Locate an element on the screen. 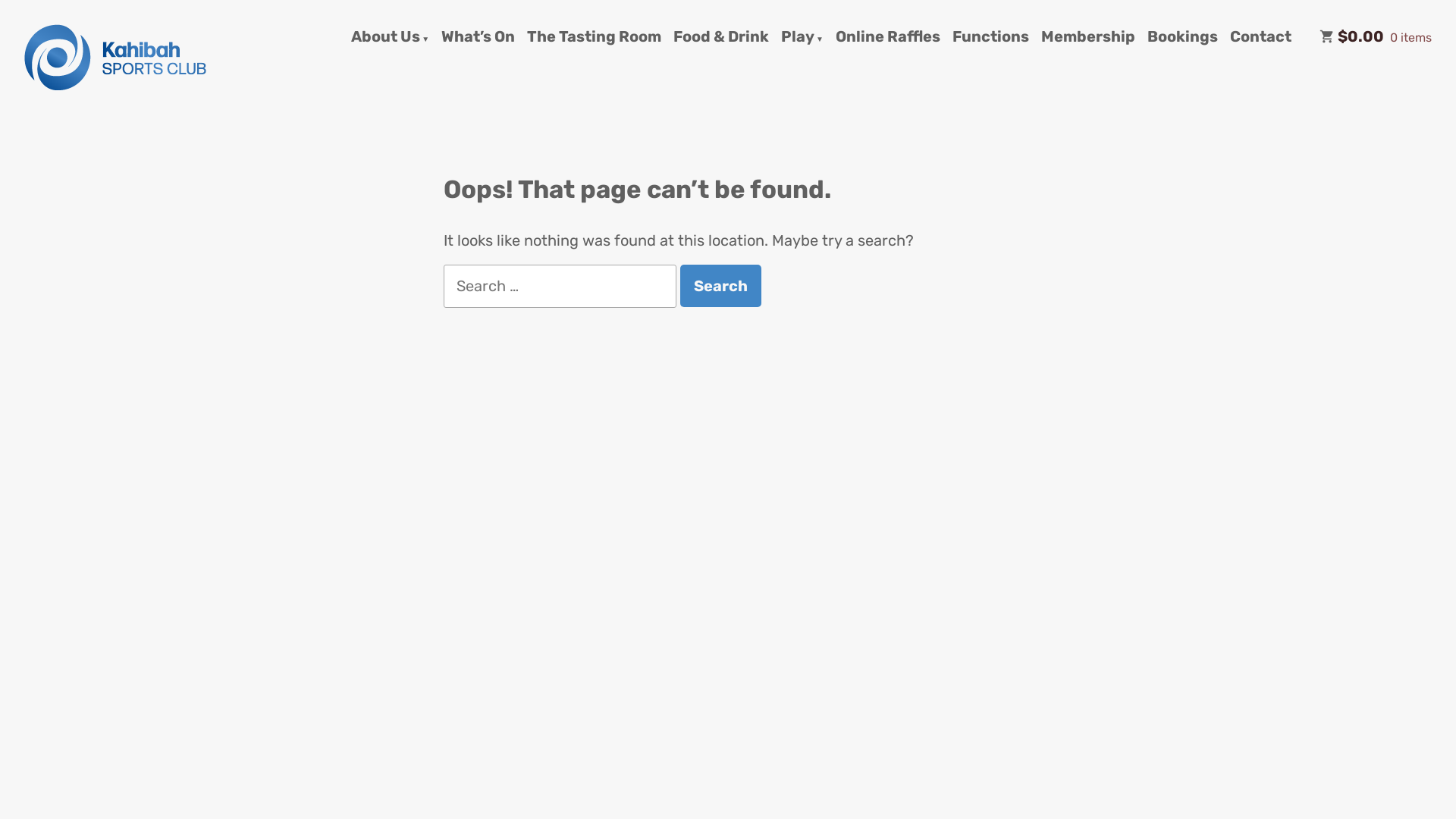 This screenshot has width=1456, height=819. 'Bookings' is located at coordinates (1181, 36).